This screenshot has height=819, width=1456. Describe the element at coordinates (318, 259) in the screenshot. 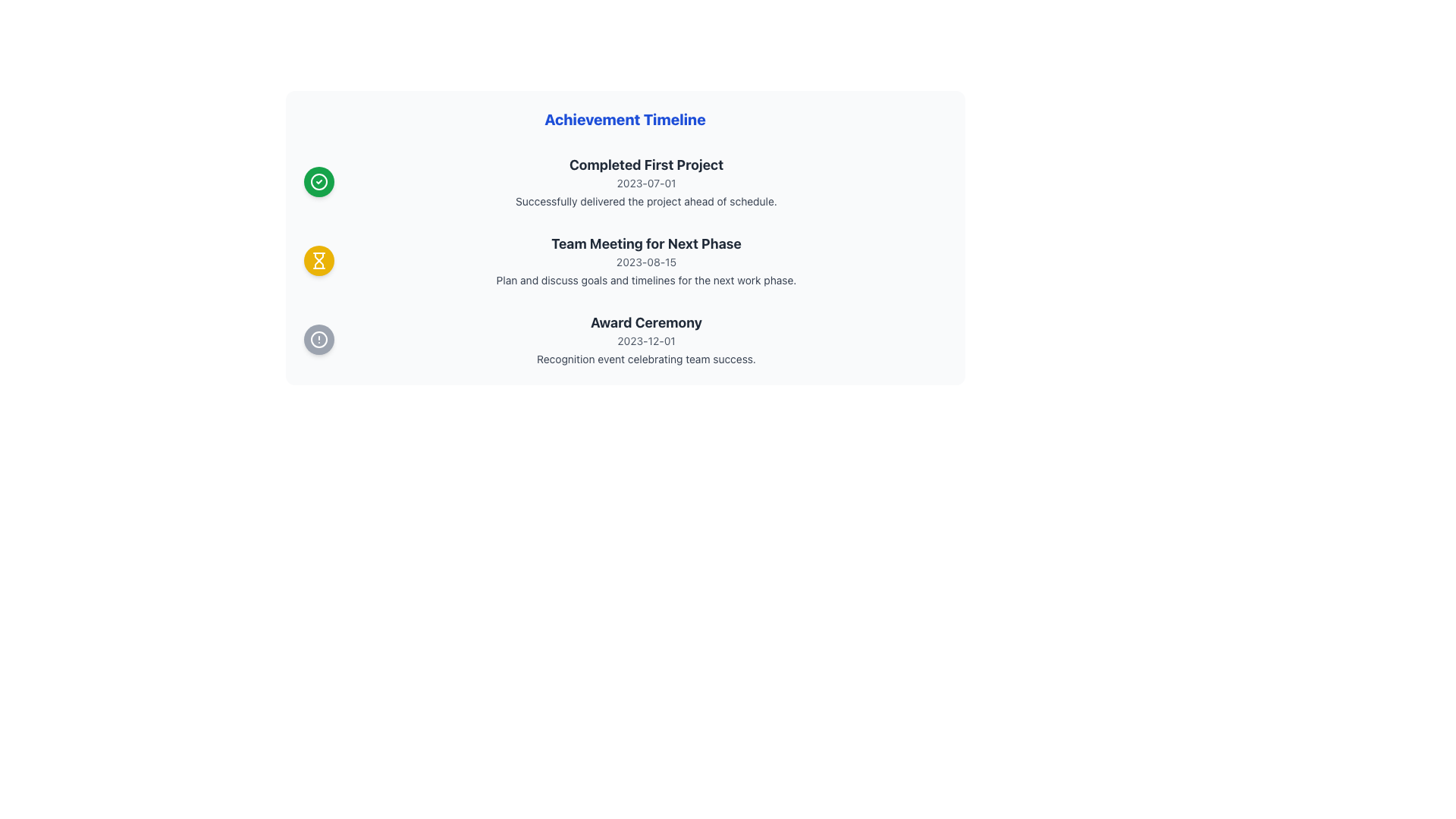

I see `the second circular SVG graphic icon in the vertical sequence on the left side of the timeline, which indicates a pending or ongoing activity` at that location.